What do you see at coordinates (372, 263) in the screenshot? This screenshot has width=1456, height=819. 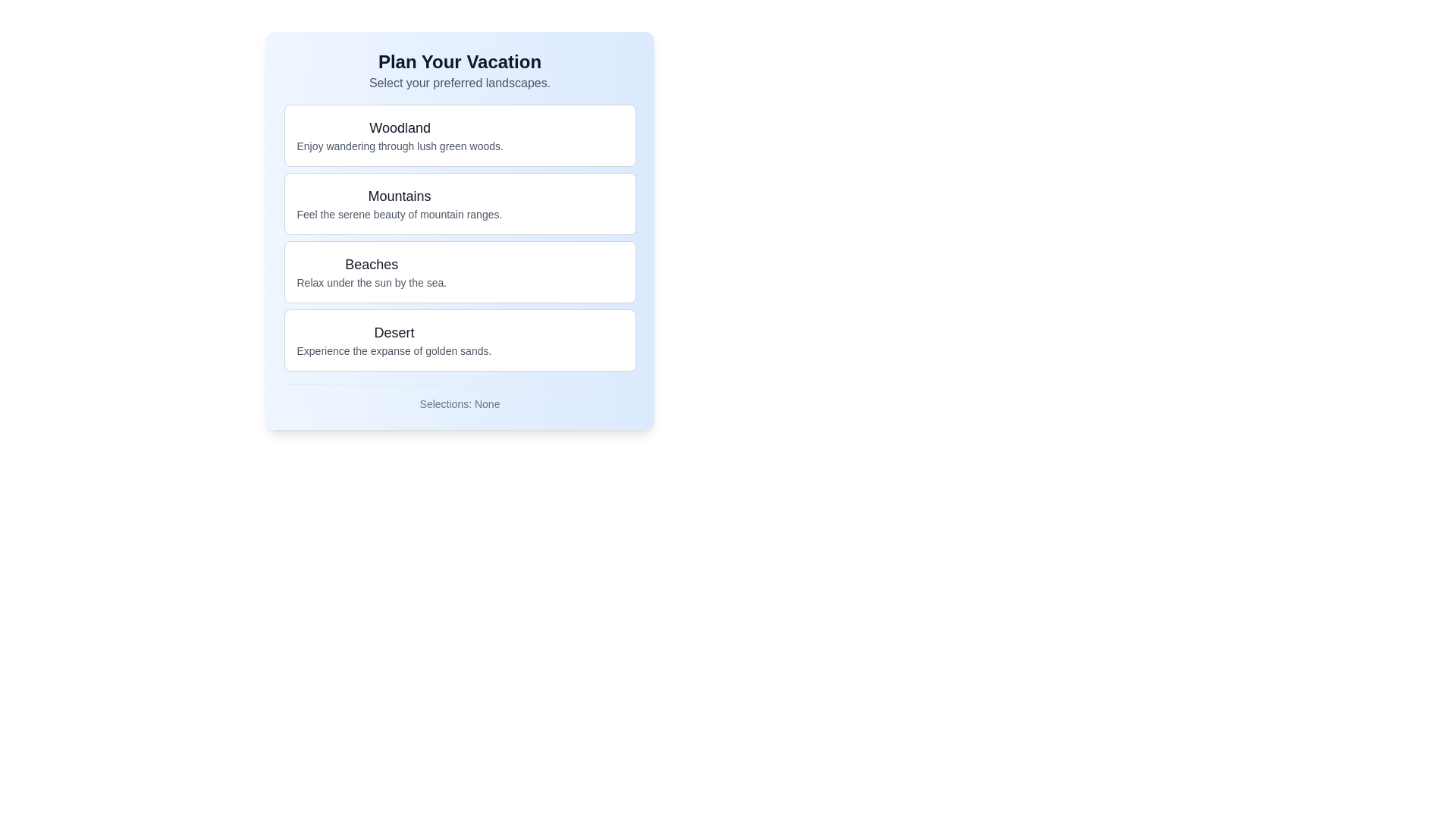 I see `the 'Beaches' Label/Text Header, which is the title of the current selection card, positioned within the third card from the top in a vertical stack, above the descriptive text 'Relax under the sun by the sea.'` at bounding box center [372, 263].